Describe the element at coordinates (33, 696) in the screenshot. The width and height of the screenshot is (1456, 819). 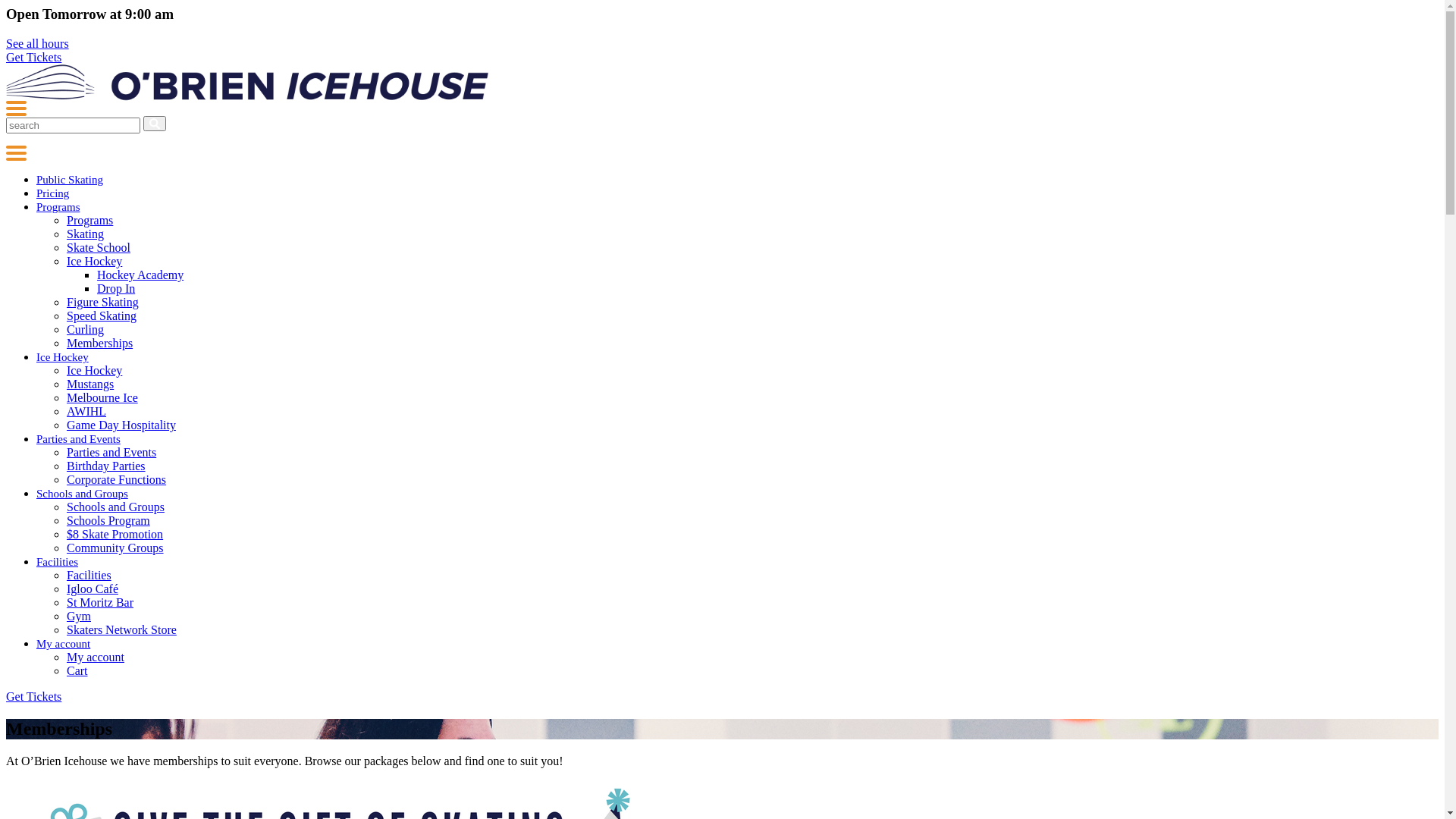
I see `'Get Tickets'` at that location.